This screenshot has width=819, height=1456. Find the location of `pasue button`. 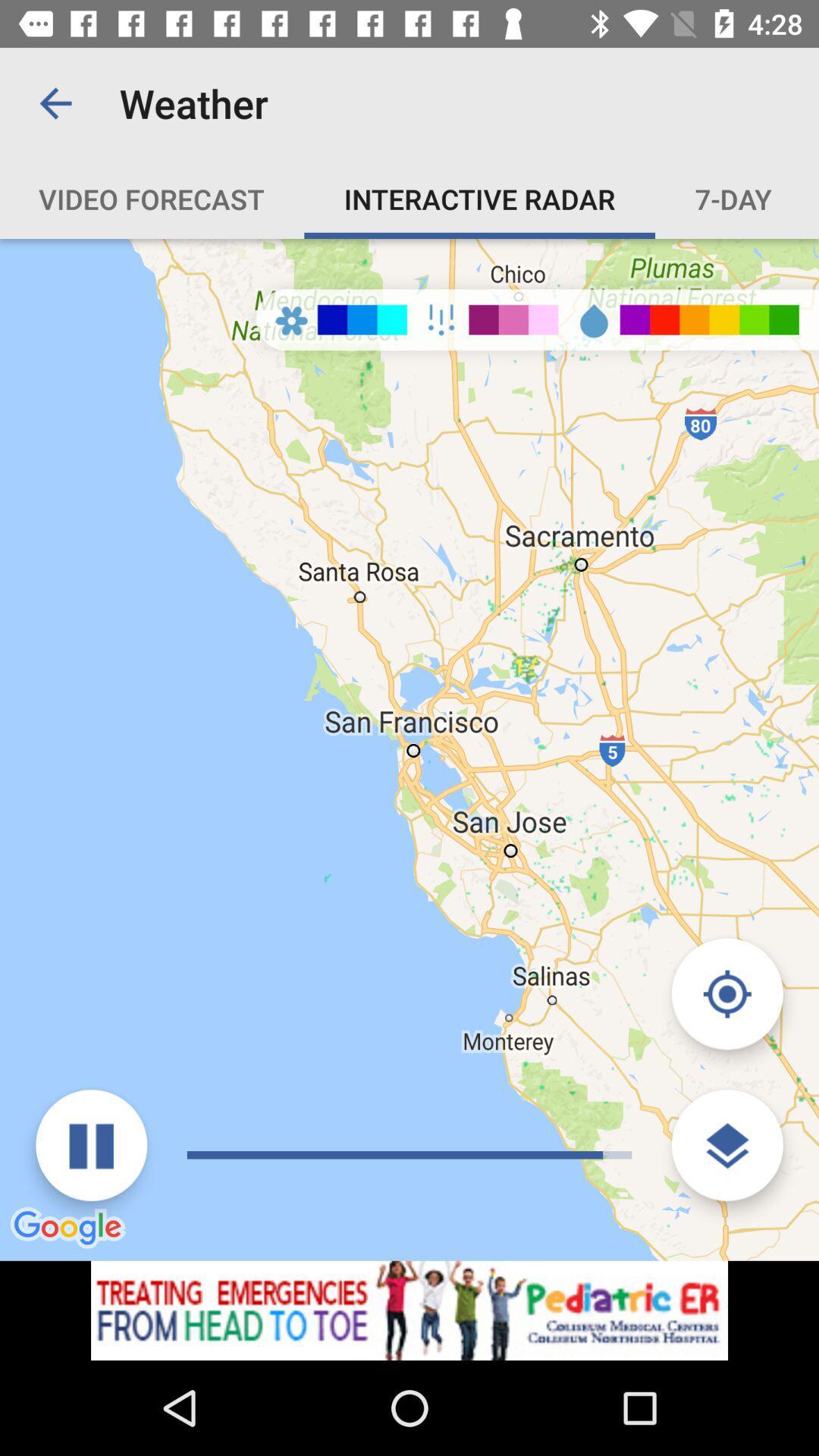

pasue button is located at coordinates (91, 1145).